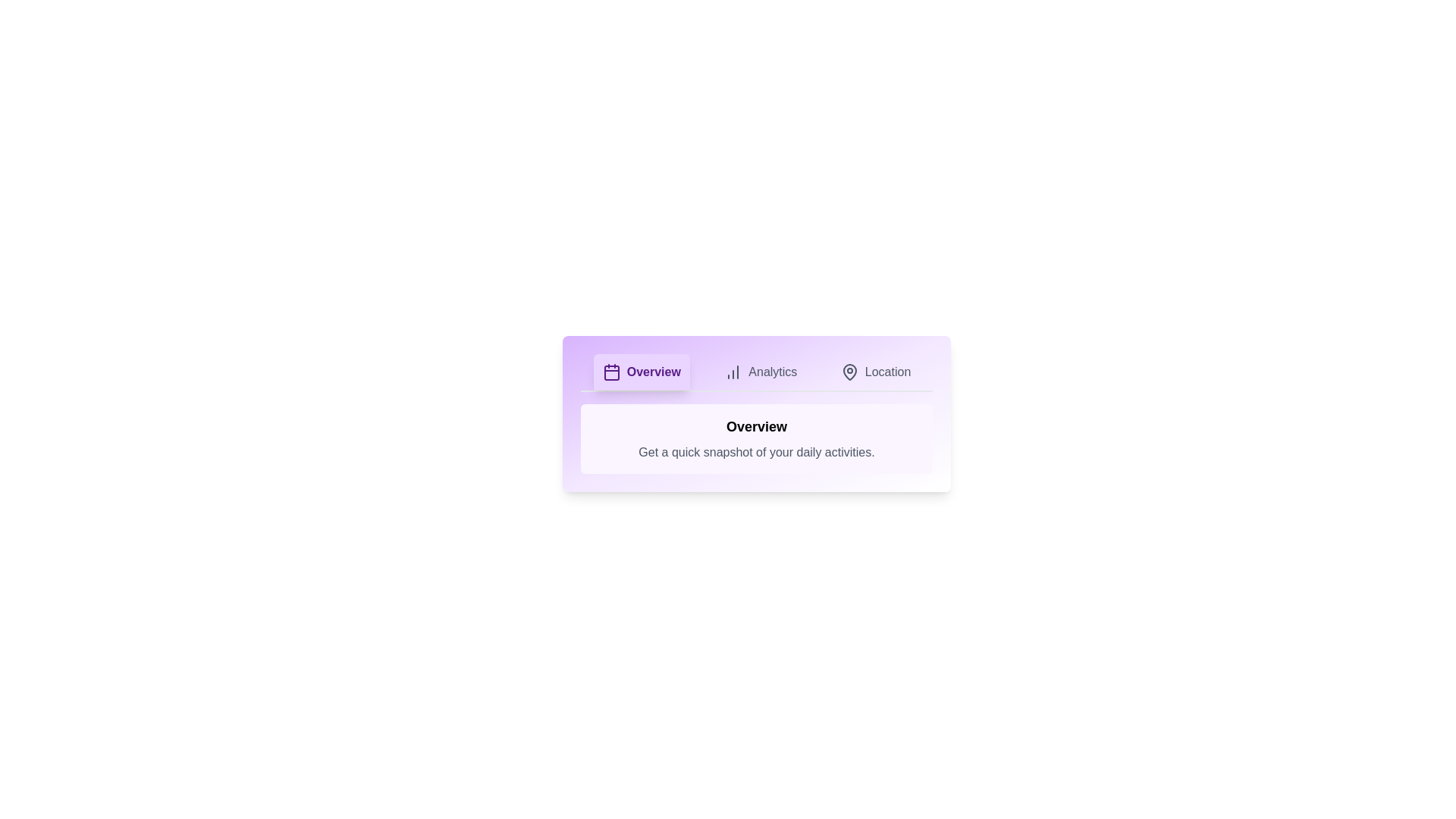 This screenshot has width=1456, height=819. What do you see at coordinates (761, 372) in the screenshot?
I see `the tab button labeled 'Analytics' to observe its hover effect` at bounding box center [761, 372].